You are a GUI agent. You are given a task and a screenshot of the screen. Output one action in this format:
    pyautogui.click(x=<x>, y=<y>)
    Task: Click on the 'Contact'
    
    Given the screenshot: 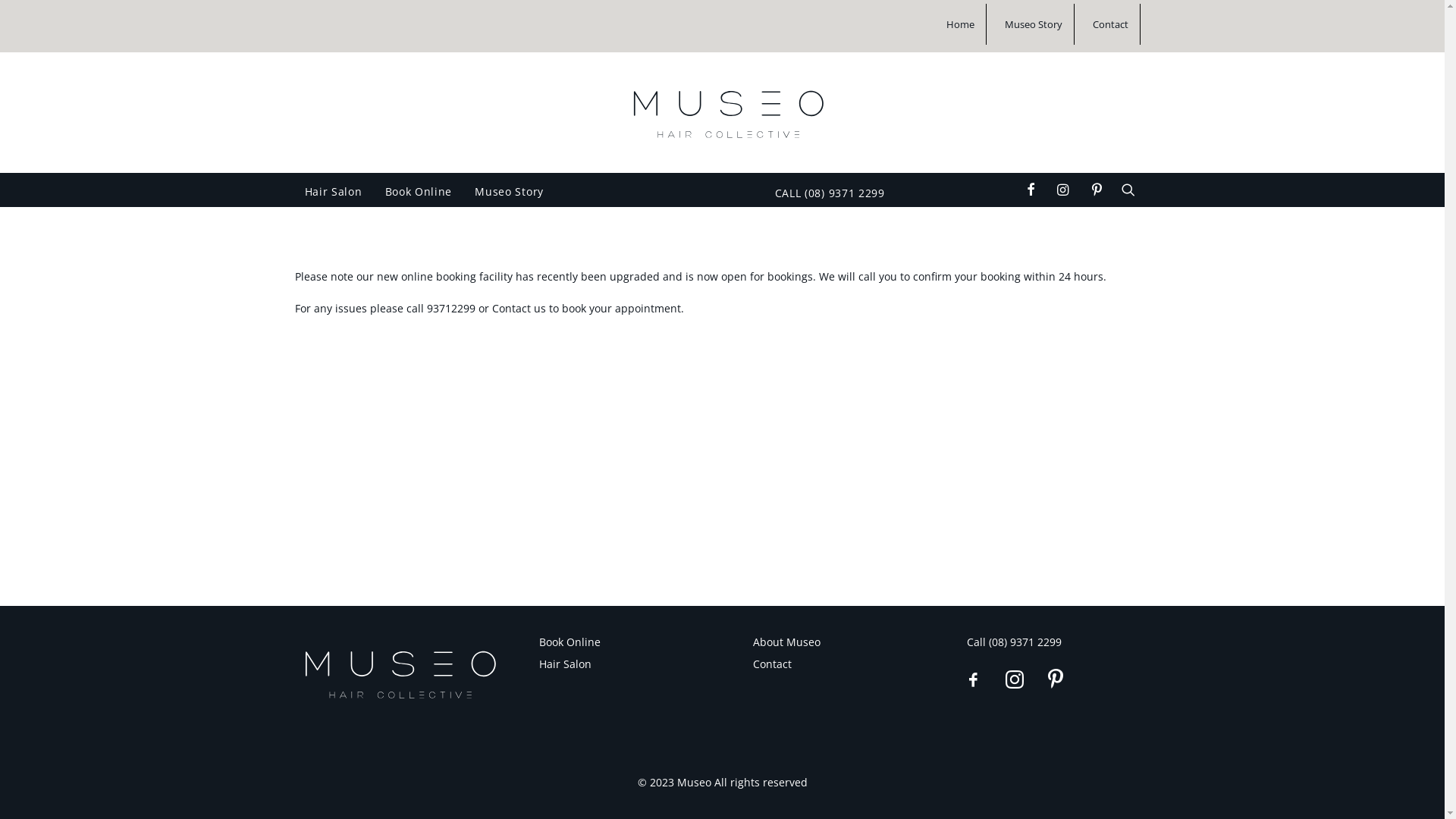 What is the action you would take?
    pyautogui.click(x=771, y=663)
    